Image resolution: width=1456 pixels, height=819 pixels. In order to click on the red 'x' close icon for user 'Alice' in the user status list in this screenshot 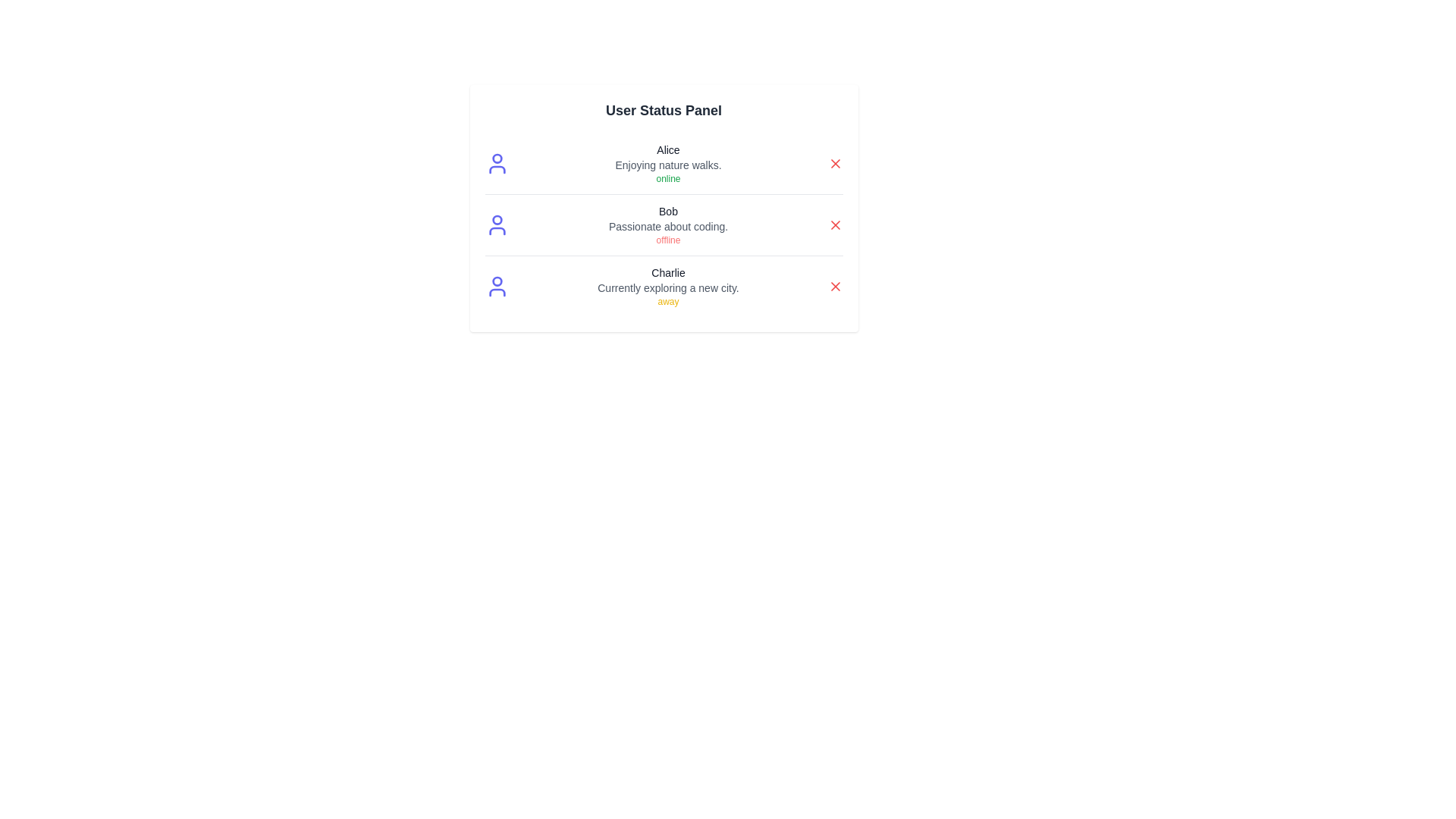, I will do `click(834, 164)`.